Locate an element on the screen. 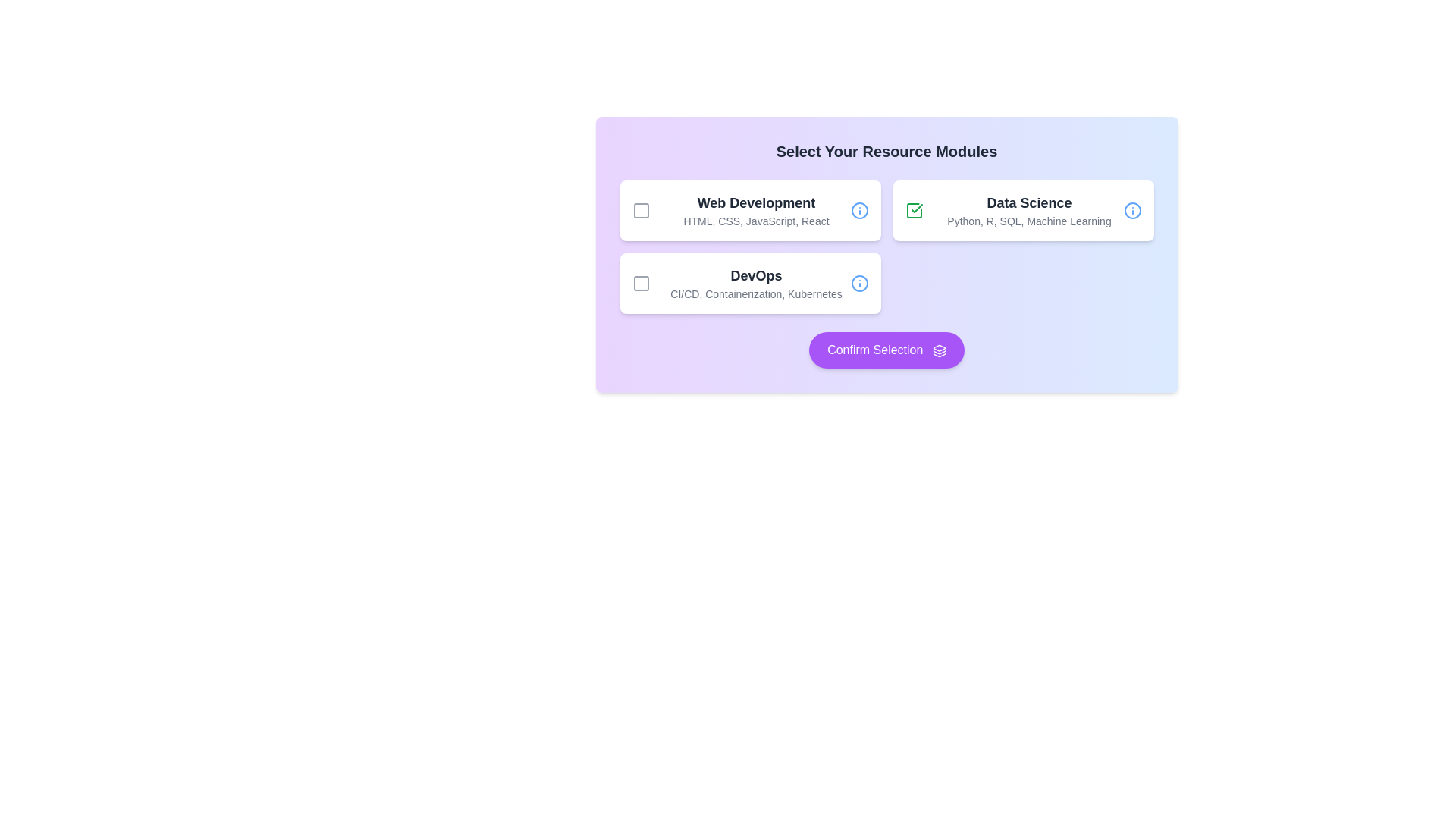  the 'Data Science' module description block, which consists of a bold title and a lighter description, located in the center right section of the interface is located at coordinates (1029, 210).